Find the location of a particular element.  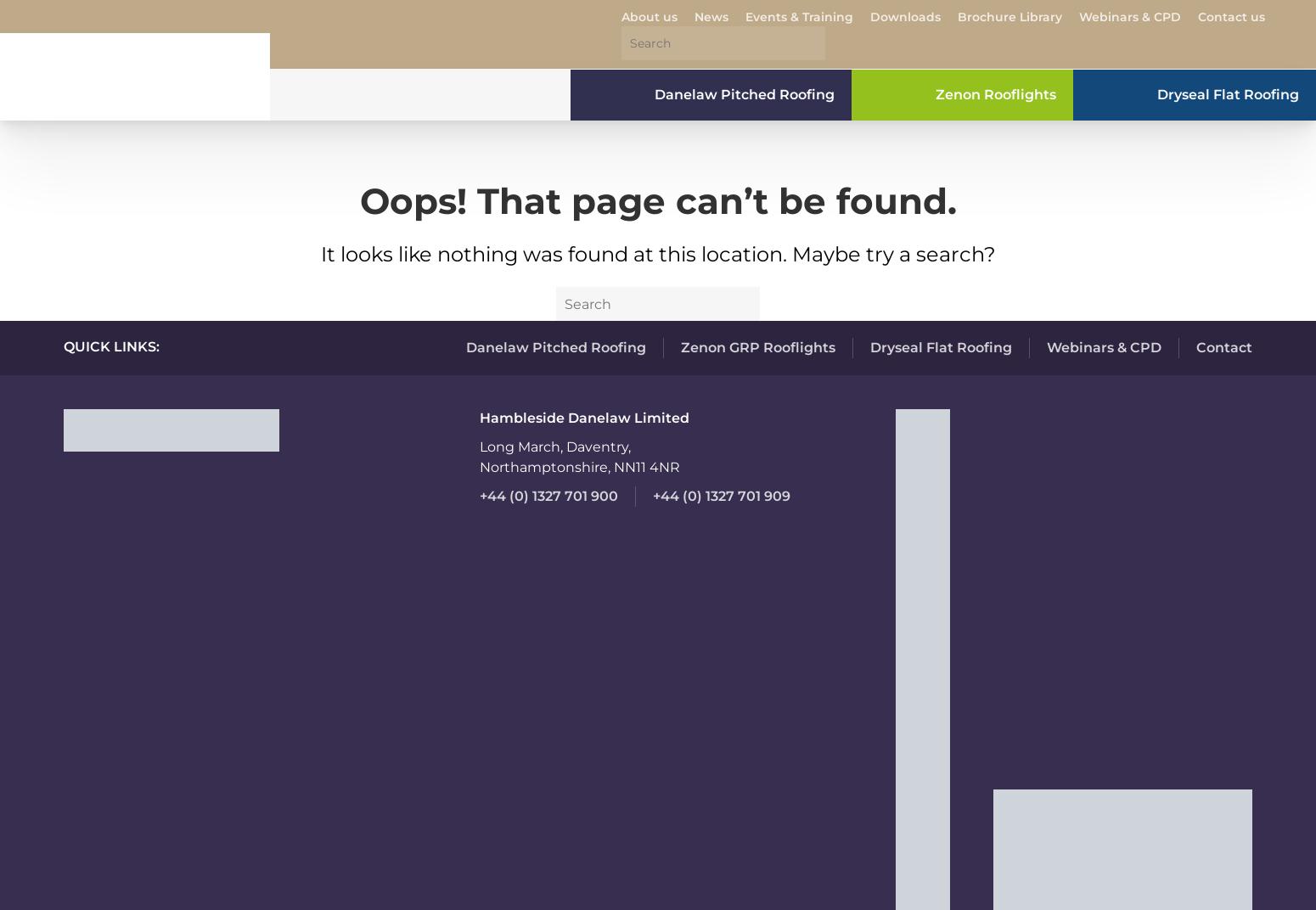

'Contact' is located at coordinates (1223, 346).